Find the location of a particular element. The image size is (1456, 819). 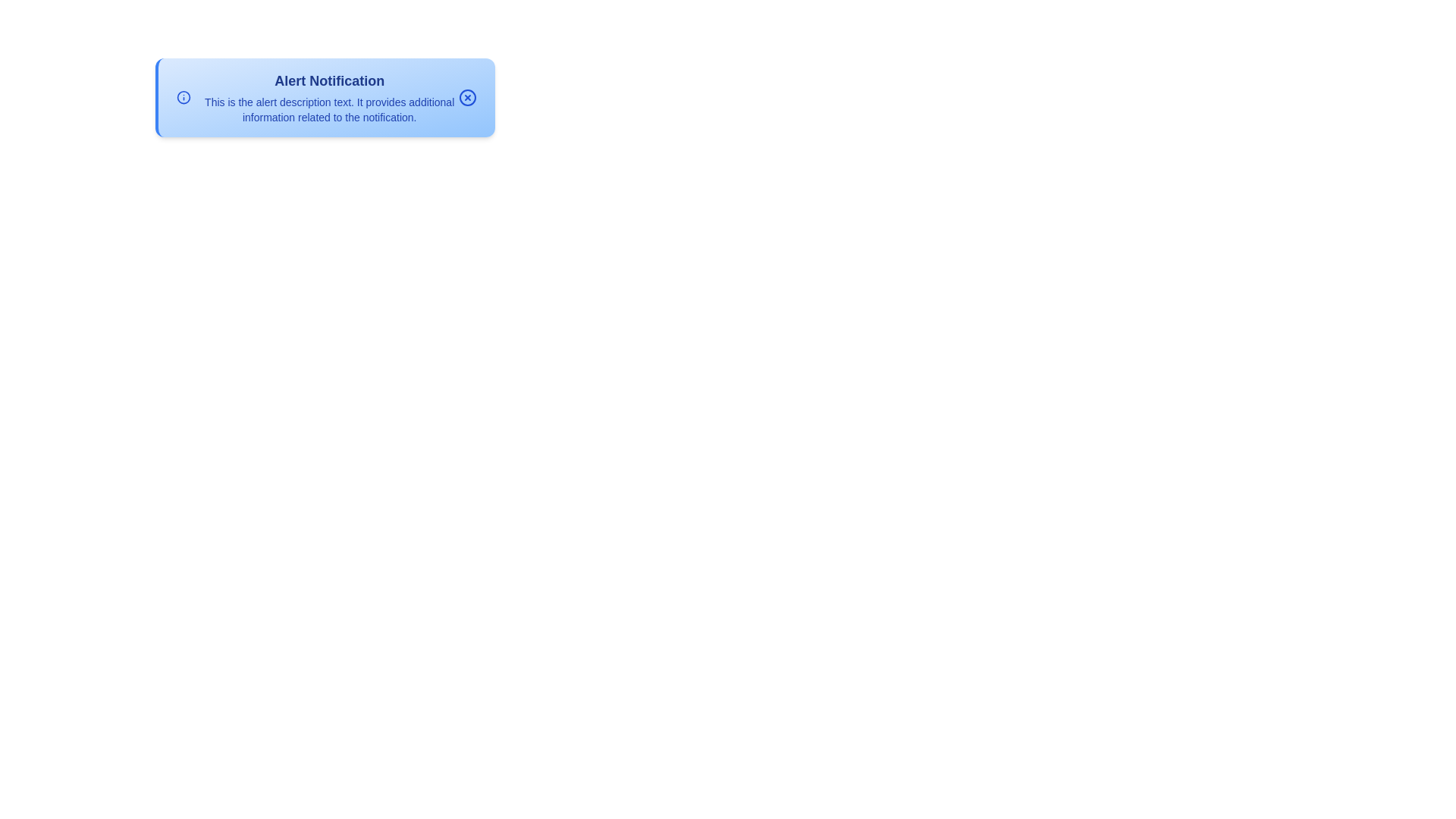

the information icon to interact with it is located at coordinates (183, 97).